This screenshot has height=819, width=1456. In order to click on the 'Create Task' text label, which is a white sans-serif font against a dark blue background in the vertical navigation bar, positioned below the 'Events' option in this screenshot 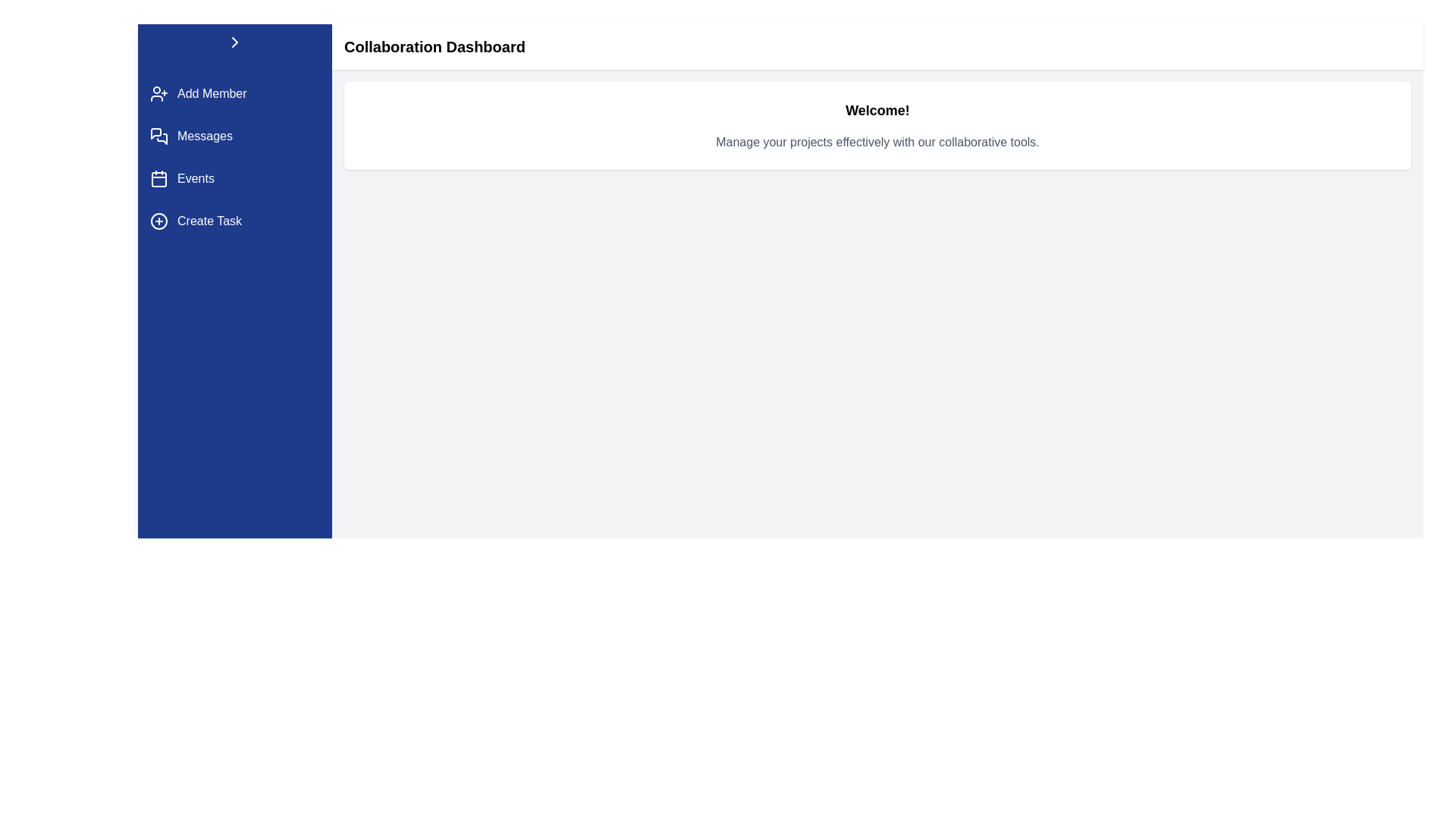, I will do `click(209, 221)`.